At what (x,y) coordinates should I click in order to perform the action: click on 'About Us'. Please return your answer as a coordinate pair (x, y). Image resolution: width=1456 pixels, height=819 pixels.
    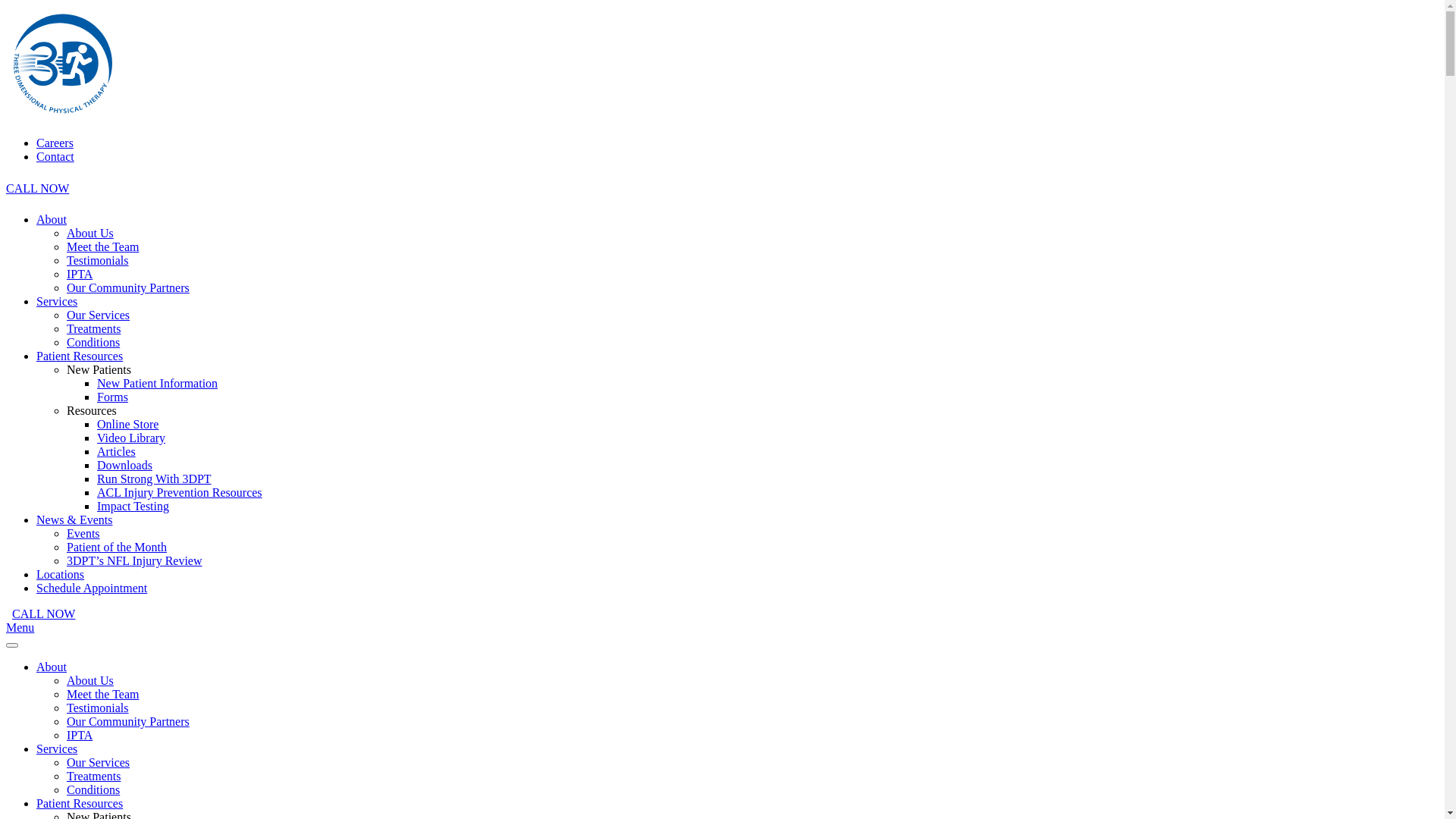
    Looking at the image, I should click on (89, 679).